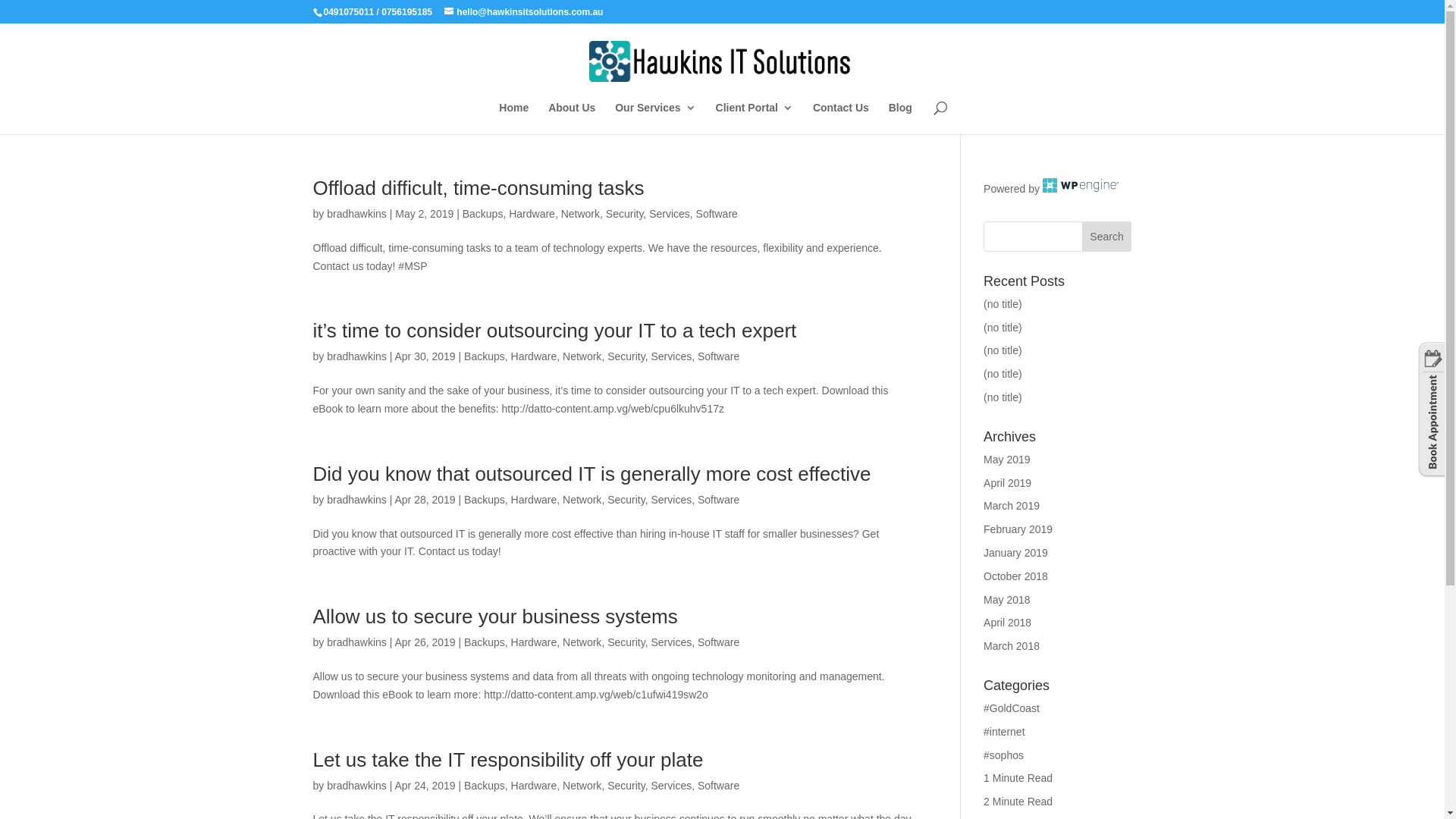 This screenshot has height=819, width=1456. Describe the element at coordinates (523, 11) in the screenshot. I see `'hello@hawkinsitsolutions.com.au'` at that location.